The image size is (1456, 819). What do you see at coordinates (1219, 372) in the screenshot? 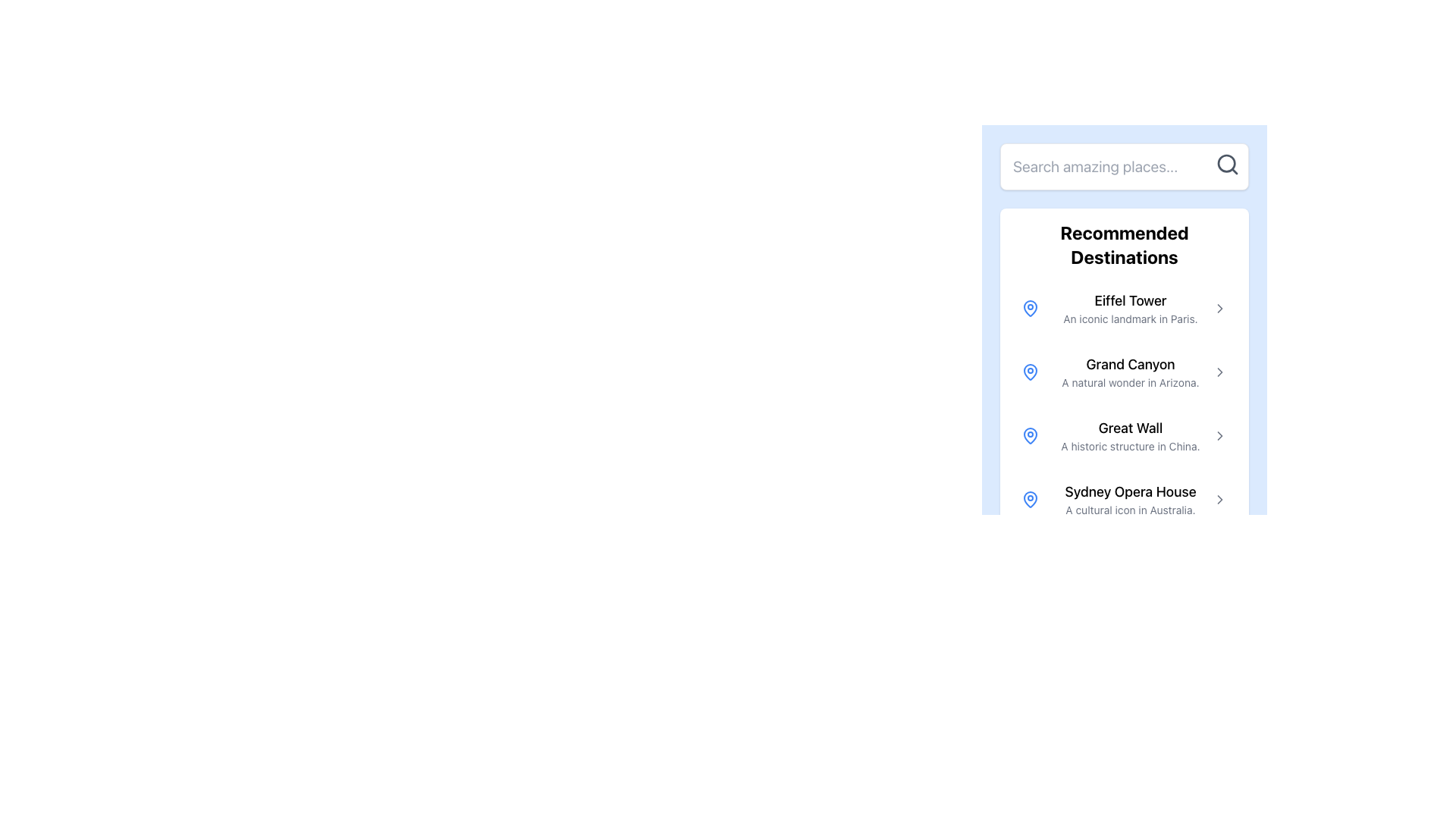
I see `the indicative icon associated with the 'Grand Canyon' in the third list entry of the 'Recommended Destinations' section` at bounding box center [1219, 372].